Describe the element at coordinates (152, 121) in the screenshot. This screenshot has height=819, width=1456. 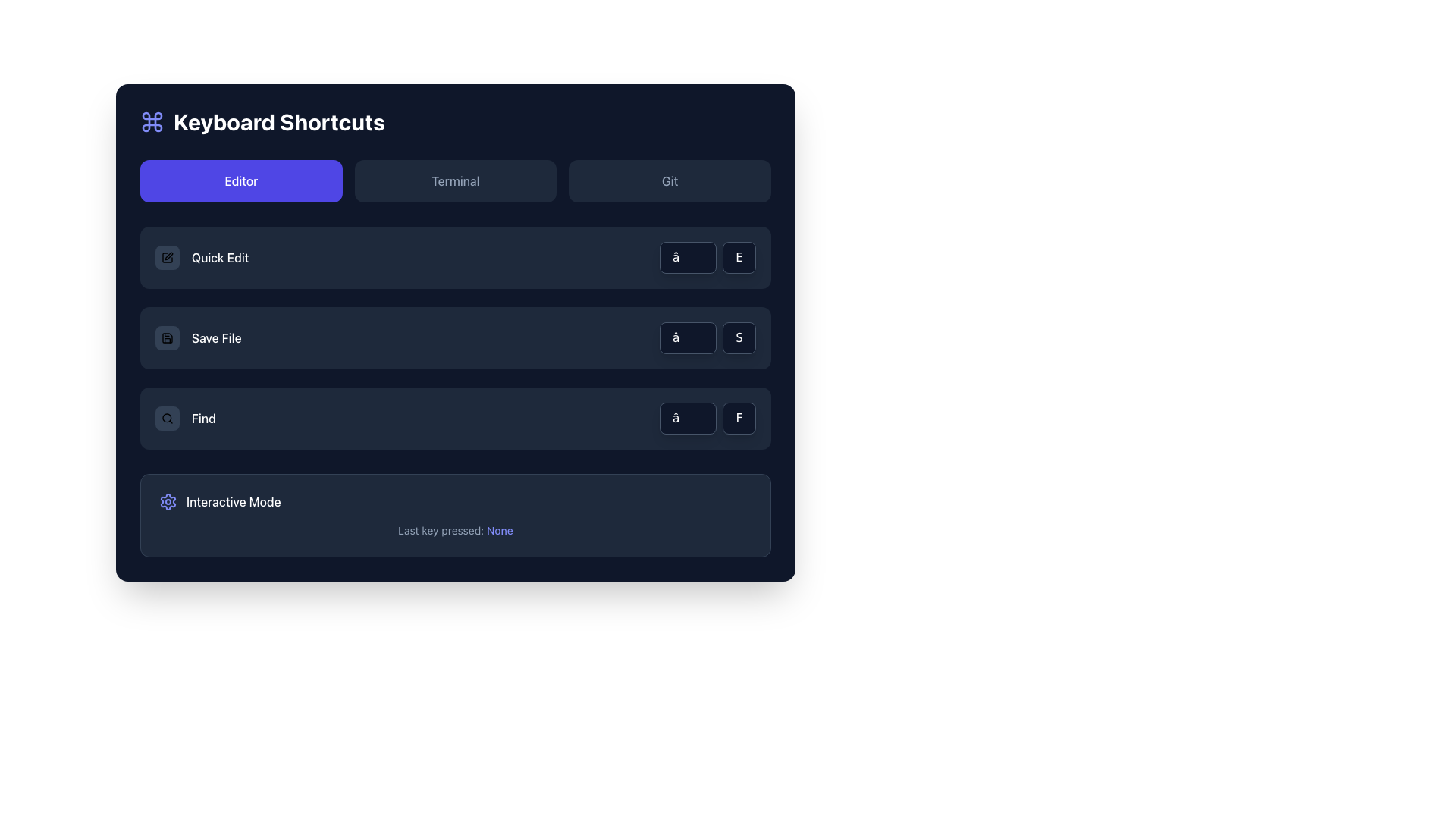
I see `the purple command symbol icon located to the left of the 'Keyboard Shortcuts' header text` at that location.